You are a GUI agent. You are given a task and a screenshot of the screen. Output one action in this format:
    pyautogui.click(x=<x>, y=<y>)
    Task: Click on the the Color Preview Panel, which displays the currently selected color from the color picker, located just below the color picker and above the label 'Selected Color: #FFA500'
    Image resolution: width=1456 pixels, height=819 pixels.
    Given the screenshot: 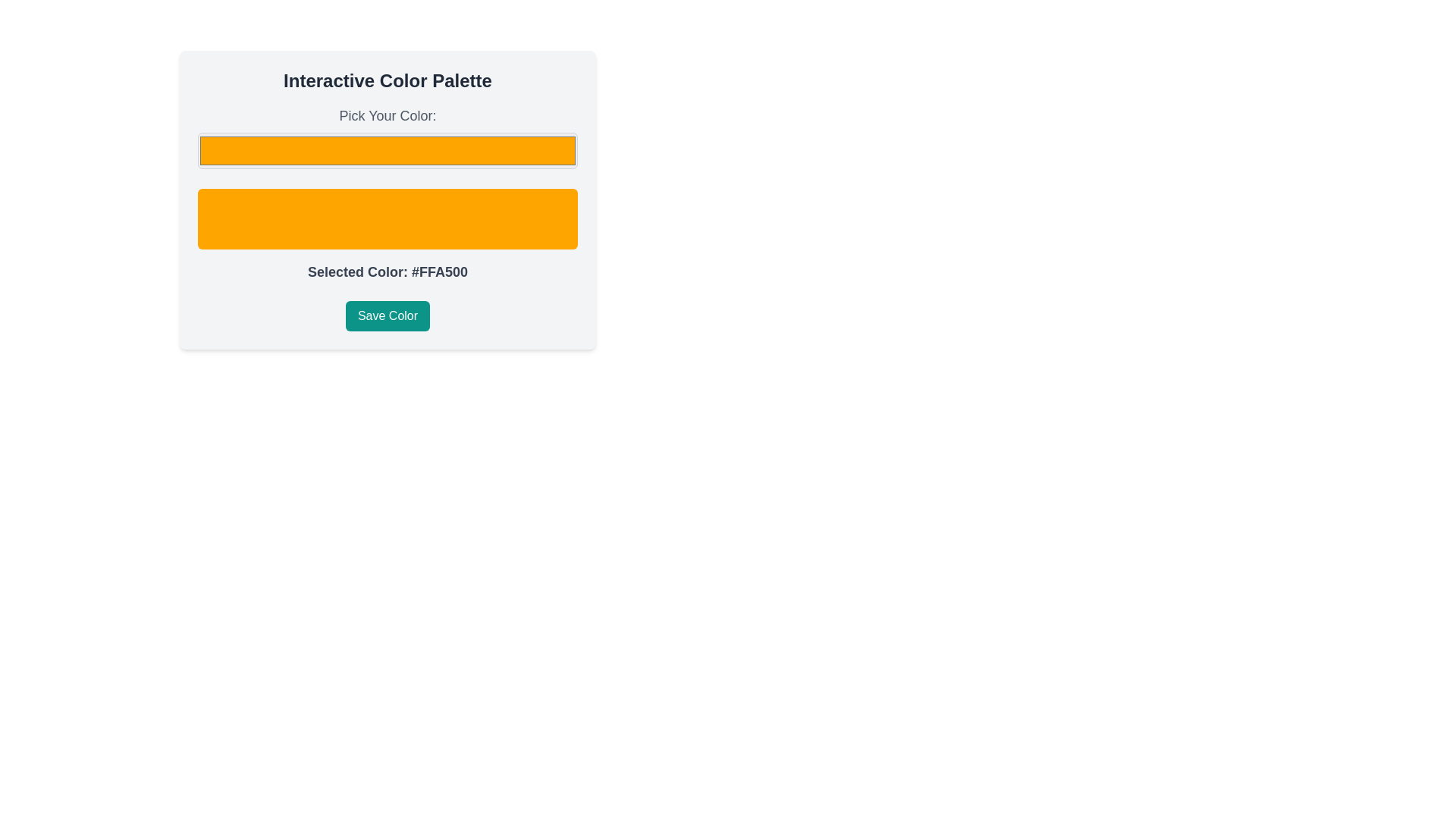 What is the action you would take?
    pyautogui.click(x=388, y=193)
    